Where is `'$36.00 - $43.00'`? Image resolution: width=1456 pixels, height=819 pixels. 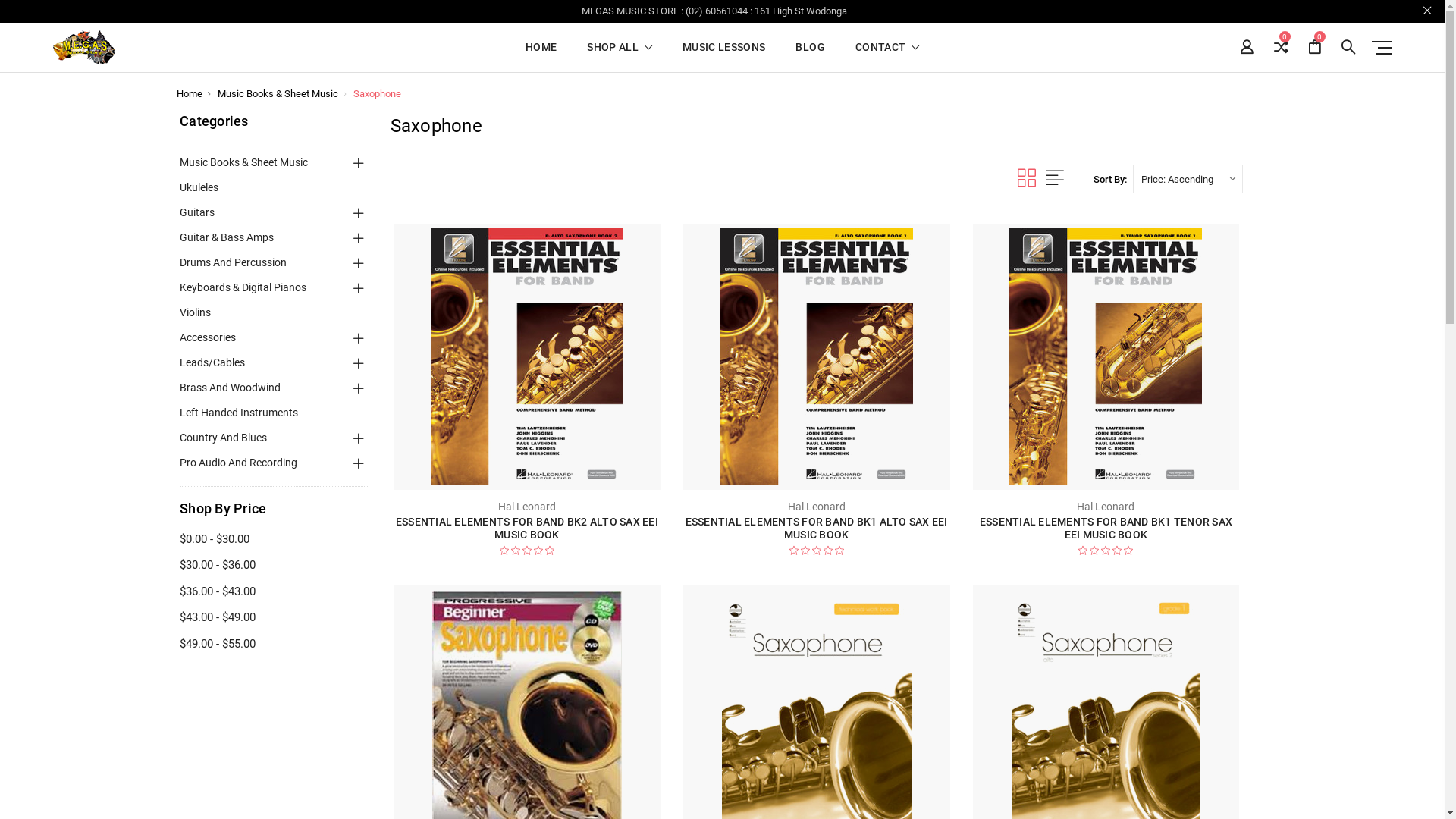 '$36.00 - $43.00' is located at coordinates (273, 590).